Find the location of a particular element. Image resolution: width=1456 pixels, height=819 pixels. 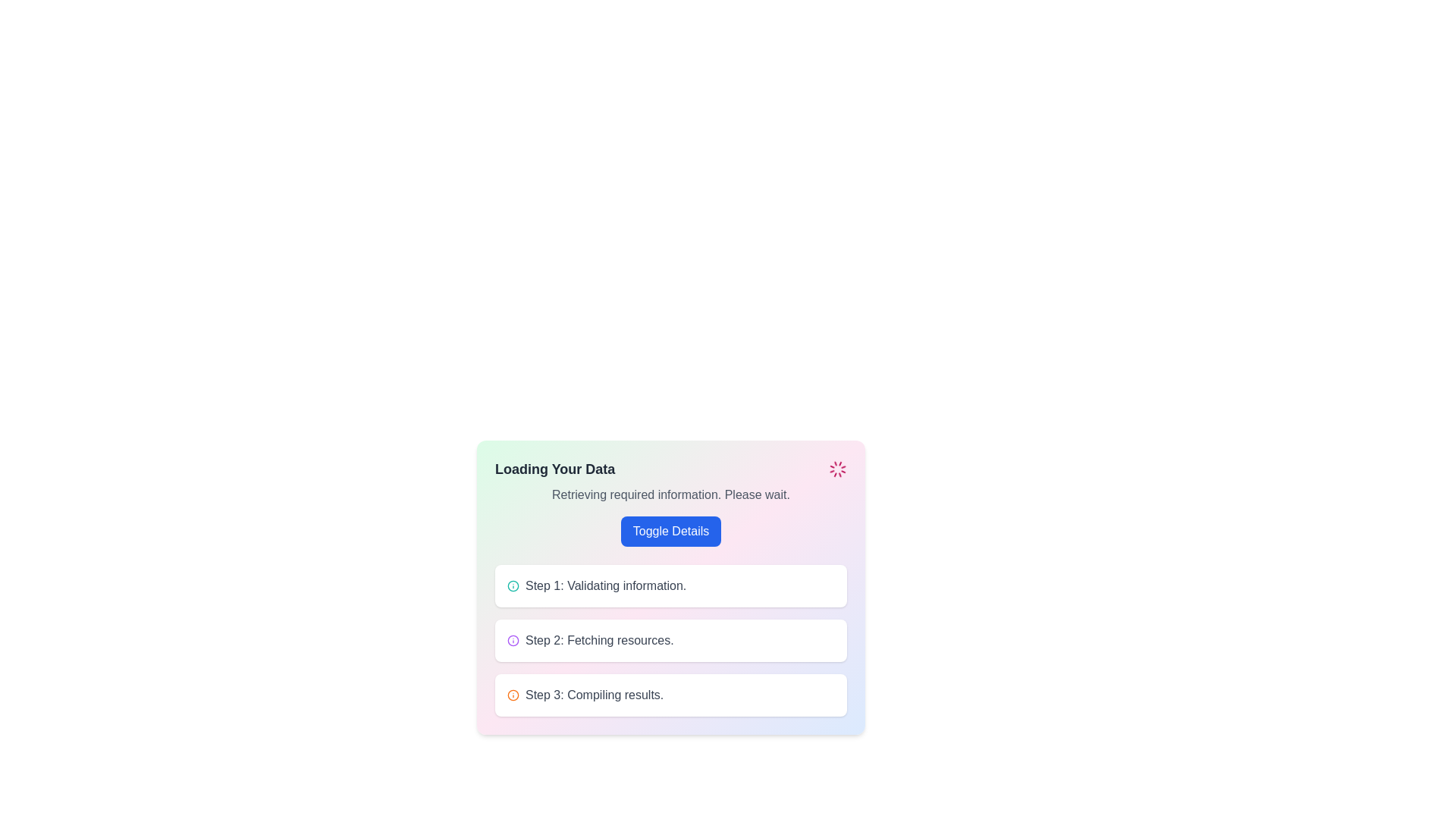

the blue button with rounded corners labeled 'Toggle Details' located in the center of the colorful gradient box, positioned below the text 'Retrieving required information. Please wait.' and above the step descriptions is located at coordinates (670, 531).